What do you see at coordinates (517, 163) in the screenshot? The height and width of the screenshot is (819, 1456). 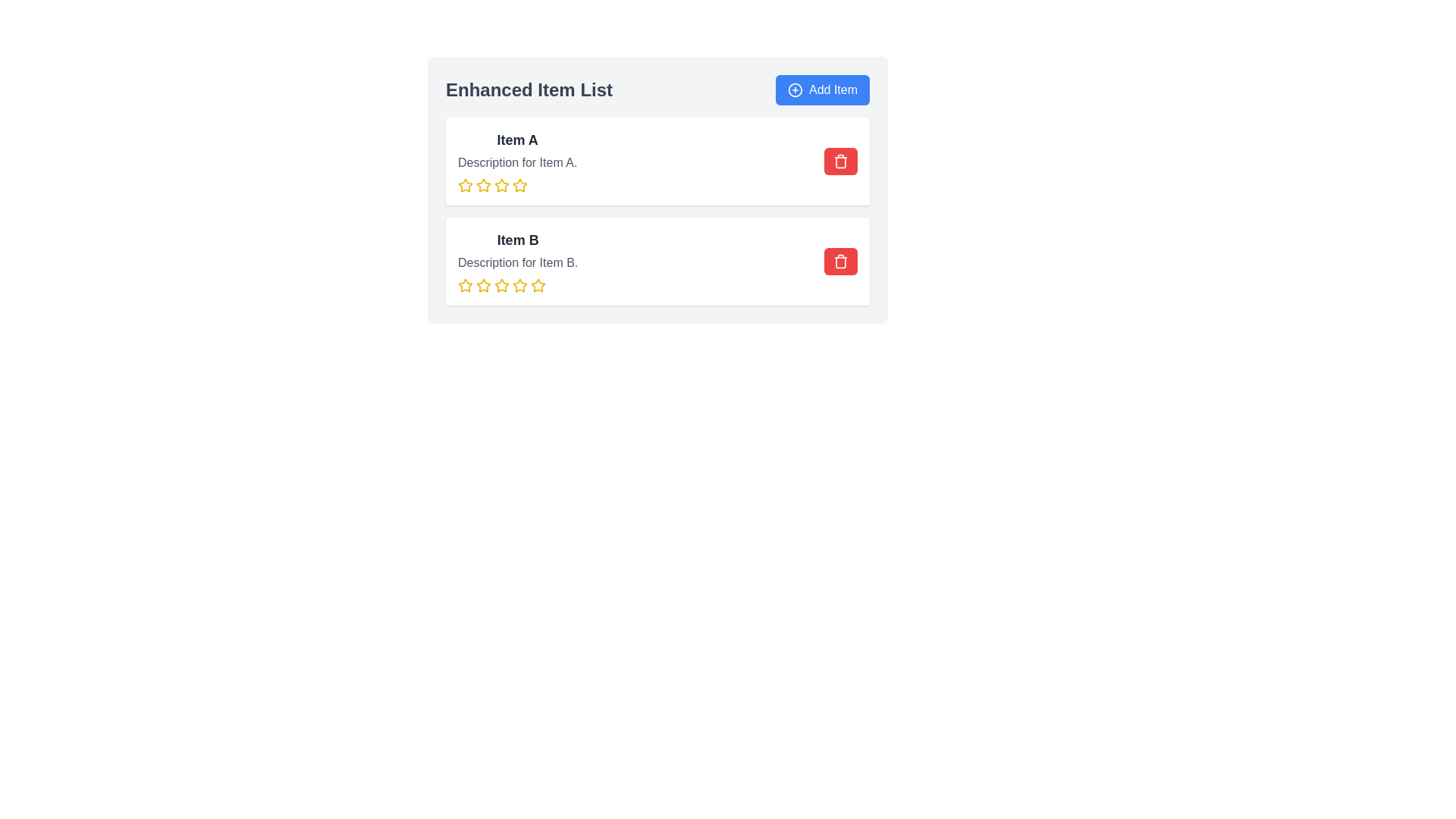 I see `the text label that provides additional details about Item A, positioned centrally below 'Item A' and above the row of star icons` at bounding box center [517, 163].